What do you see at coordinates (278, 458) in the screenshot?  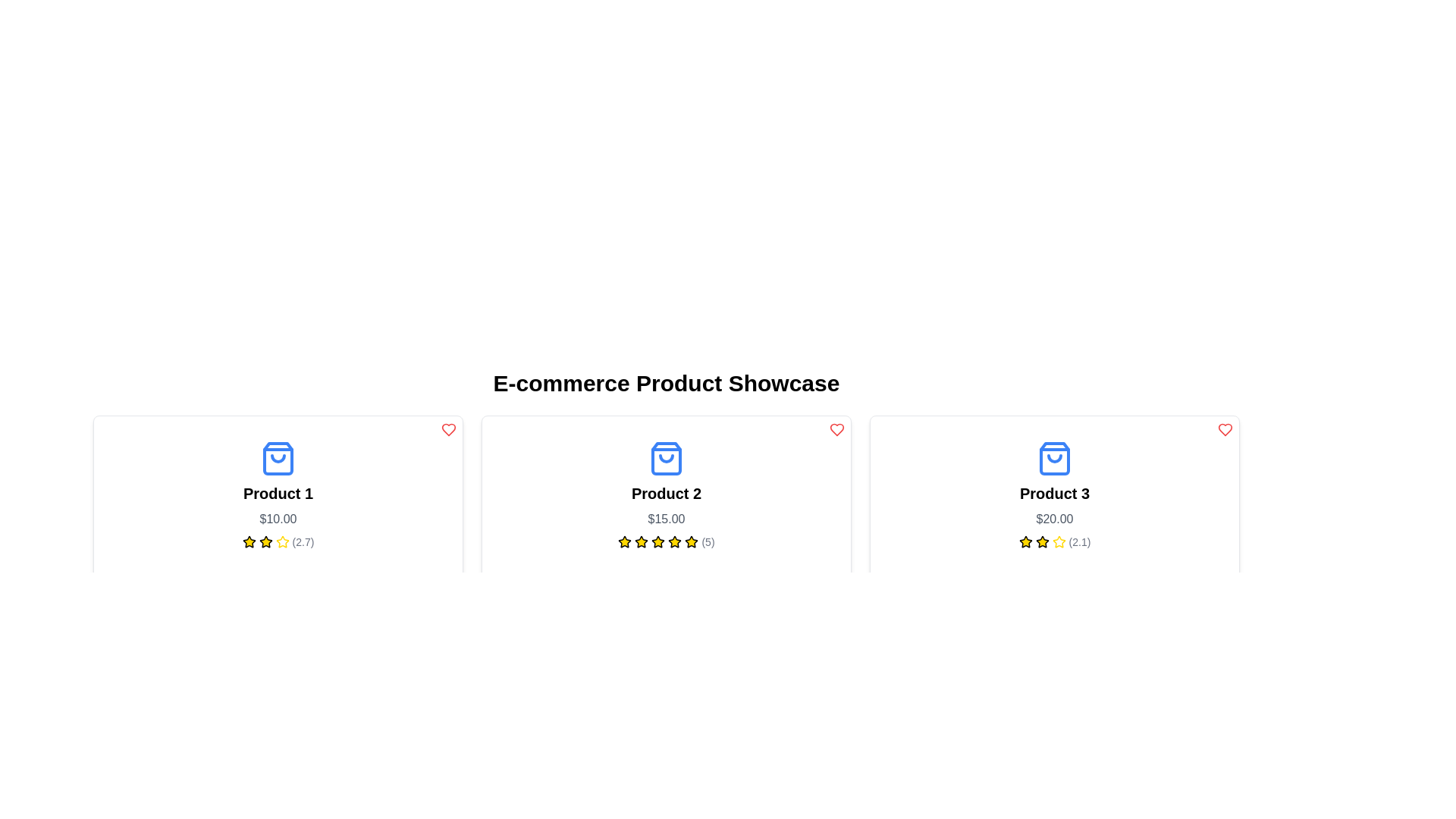 I see `the shopping icon located at the top of the 'Product 1' card, centered above the title` at bounding box center [278, 458].